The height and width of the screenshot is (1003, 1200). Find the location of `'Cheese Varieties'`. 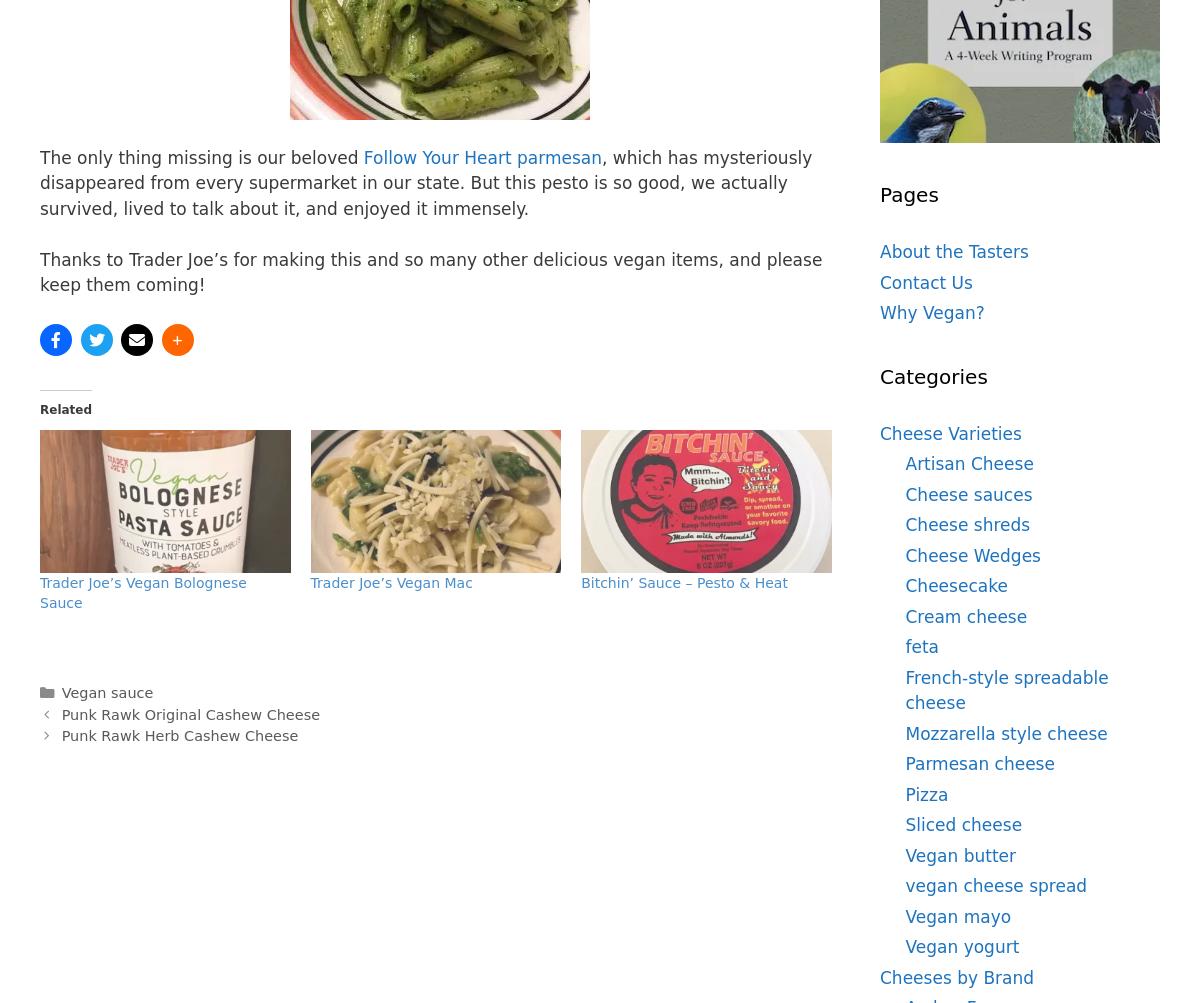

'Cheese Varieties' is located at coordinates (950, 432).